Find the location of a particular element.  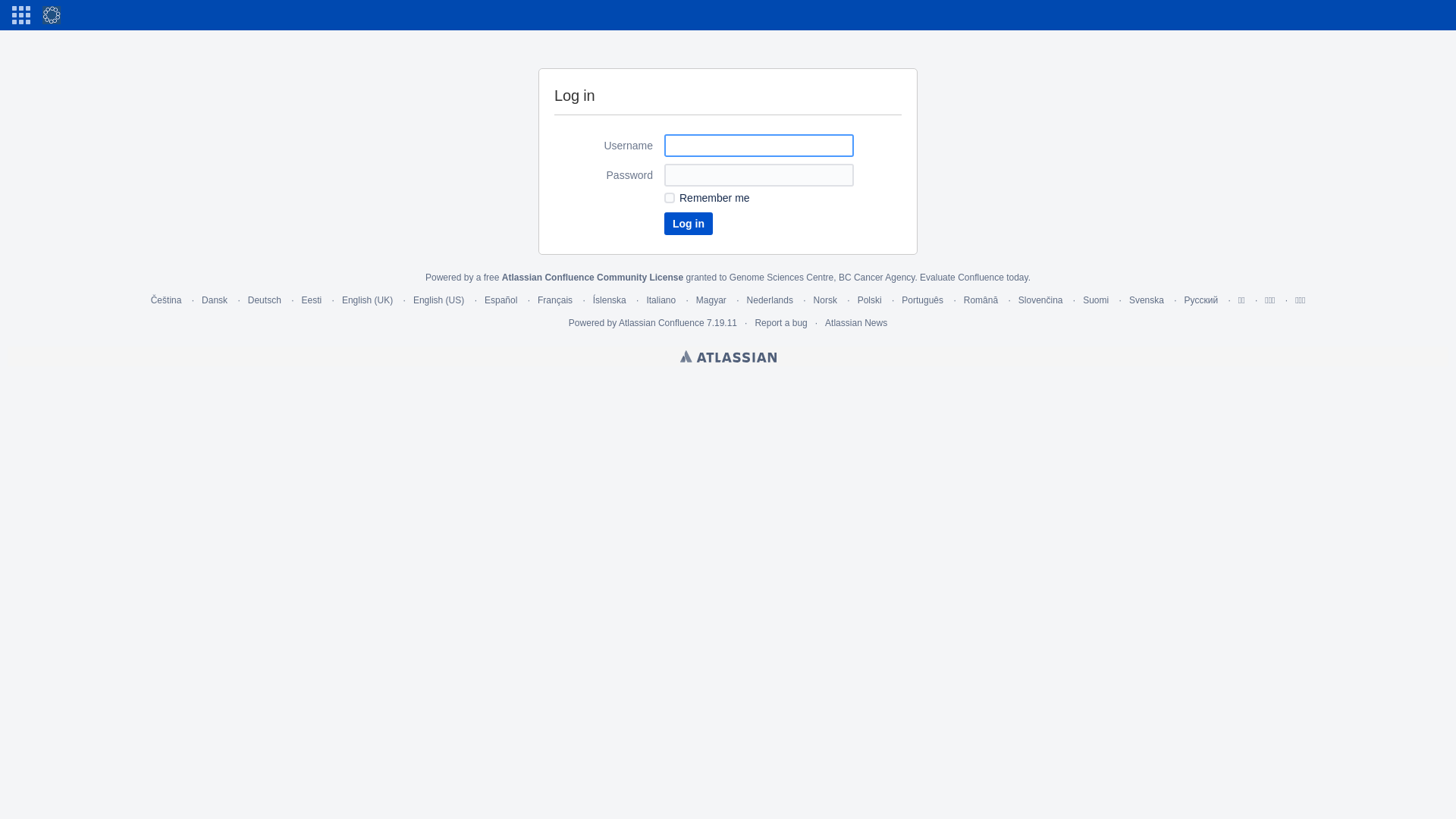

'Linked Applications' is located at coordinates (21, 14).